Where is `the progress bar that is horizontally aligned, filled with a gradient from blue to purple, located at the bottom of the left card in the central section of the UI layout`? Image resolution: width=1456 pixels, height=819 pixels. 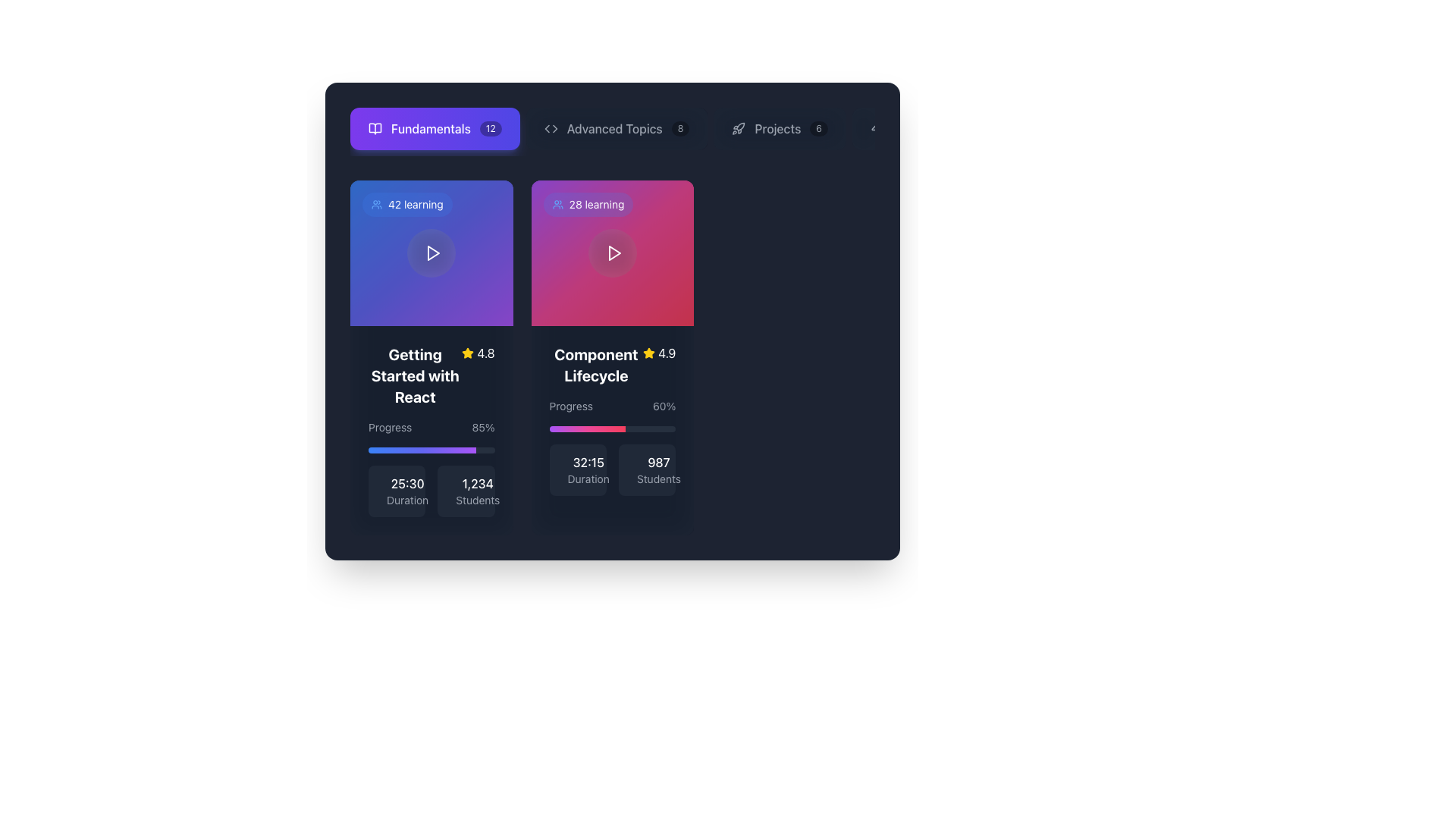
the progress bar that is horizontally aligned, filled with a gradient from blue to purple, located at the bottom of the left card in the central section of the UI layout is located at coordinates (422, 450).